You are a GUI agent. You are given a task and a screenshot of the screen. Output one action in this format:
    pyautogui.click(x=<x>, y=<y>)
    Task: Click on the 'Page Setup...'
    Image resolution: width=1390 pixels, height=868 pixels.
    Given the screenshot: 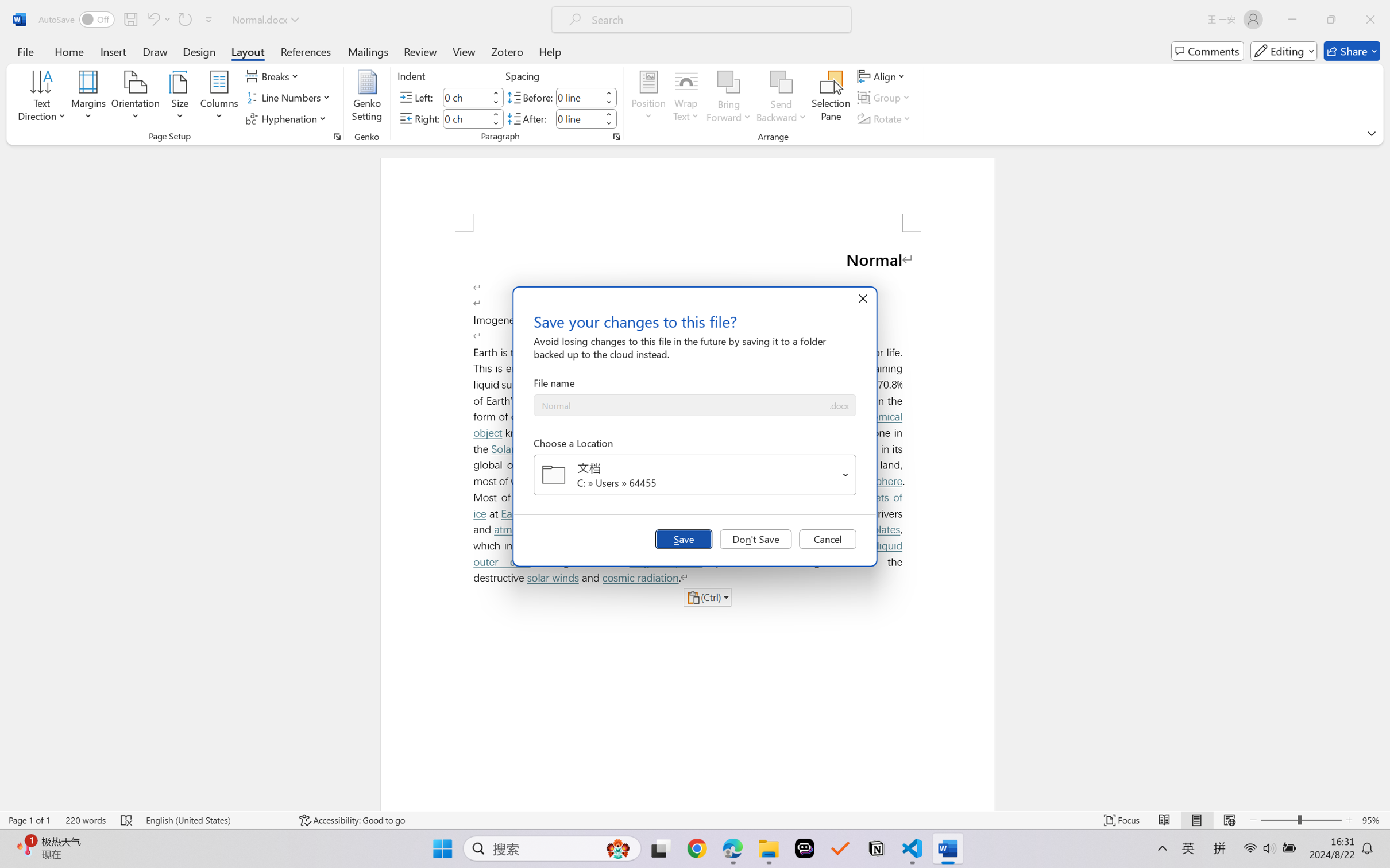 What is the action you would take?
    pyautogui.click(x=336, y=136)
    